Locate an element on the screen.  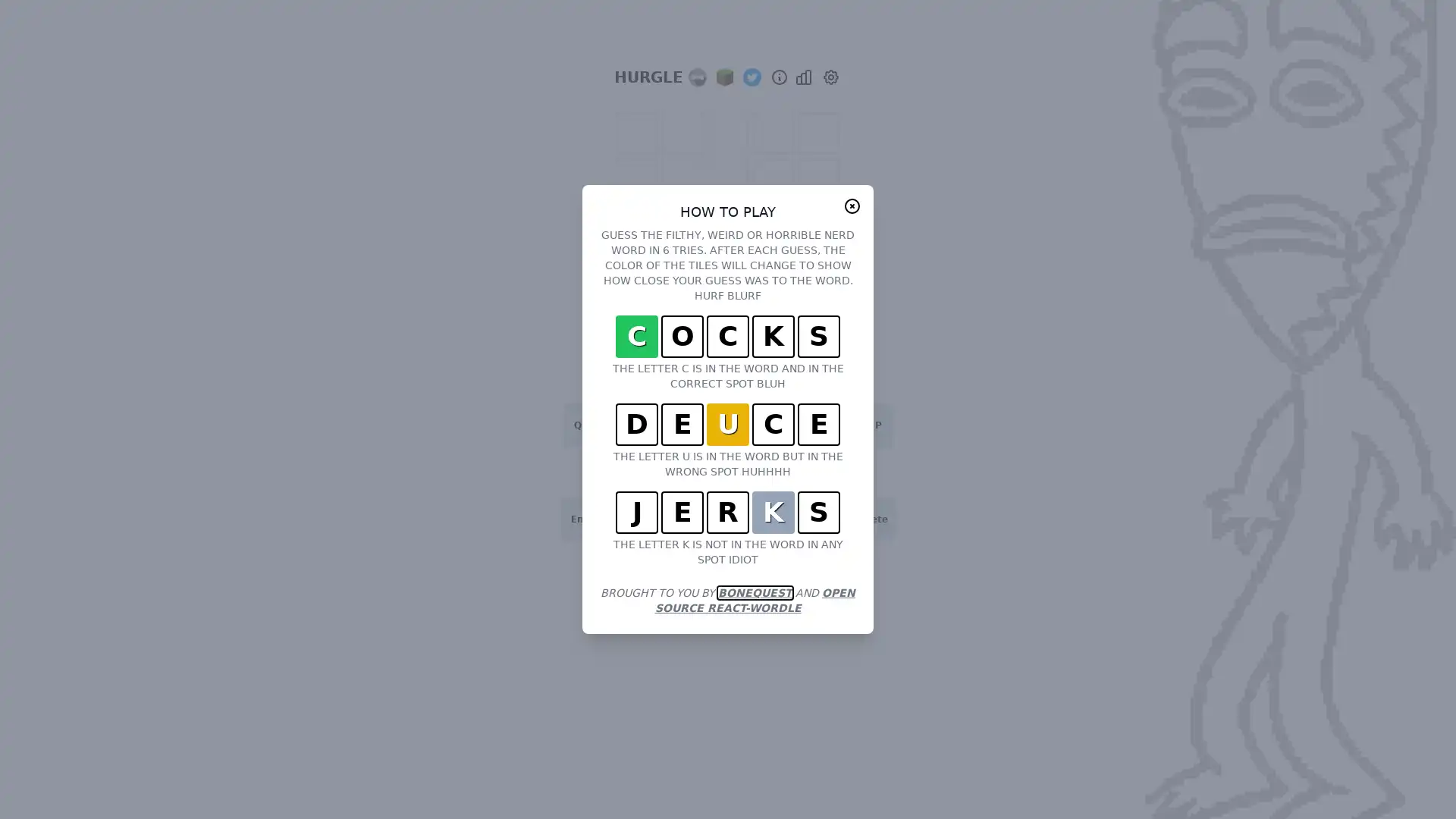
T is located at coordinates (710, 425).